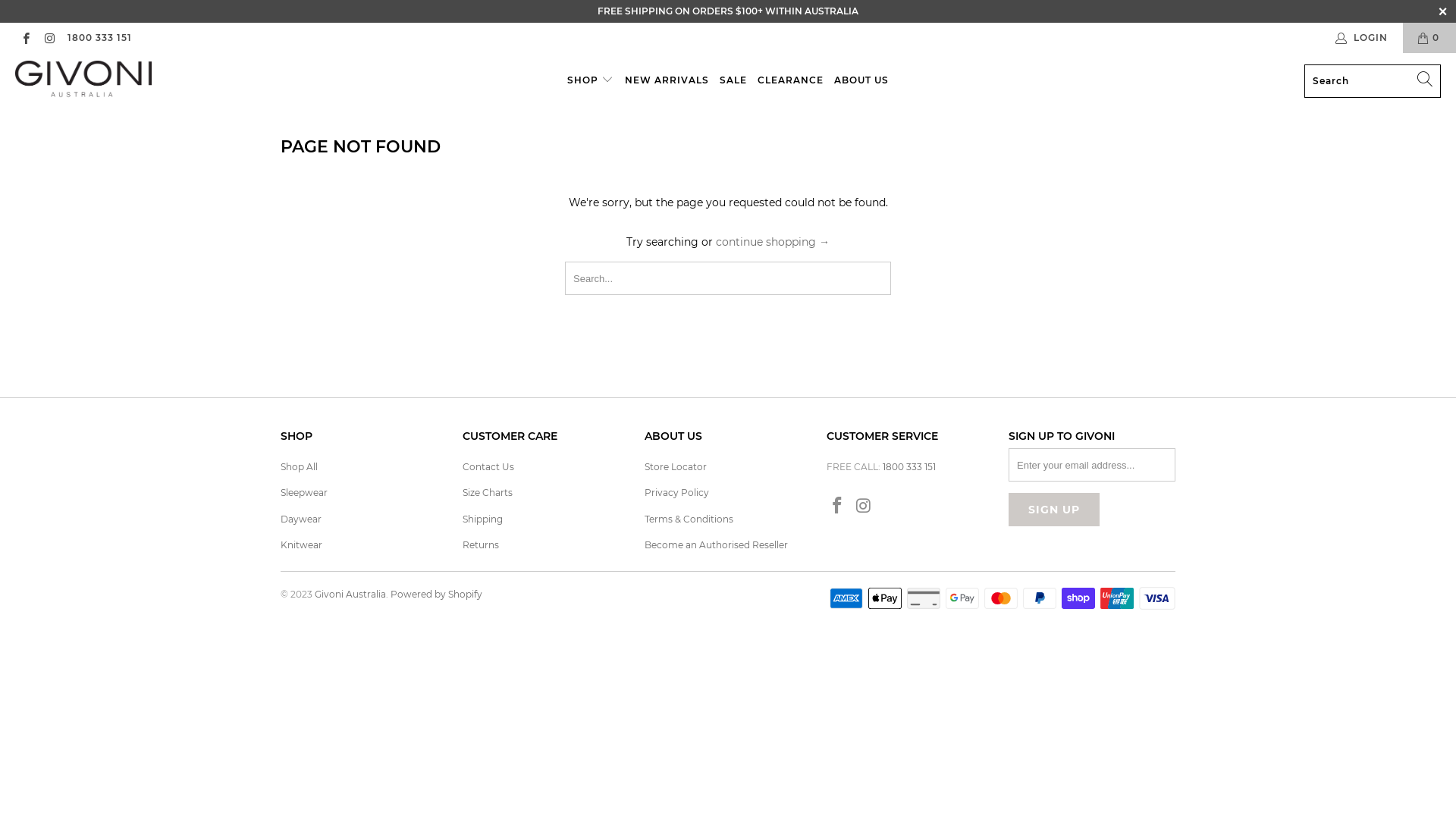  I want to click on 'SHOP', so click(566, 80).